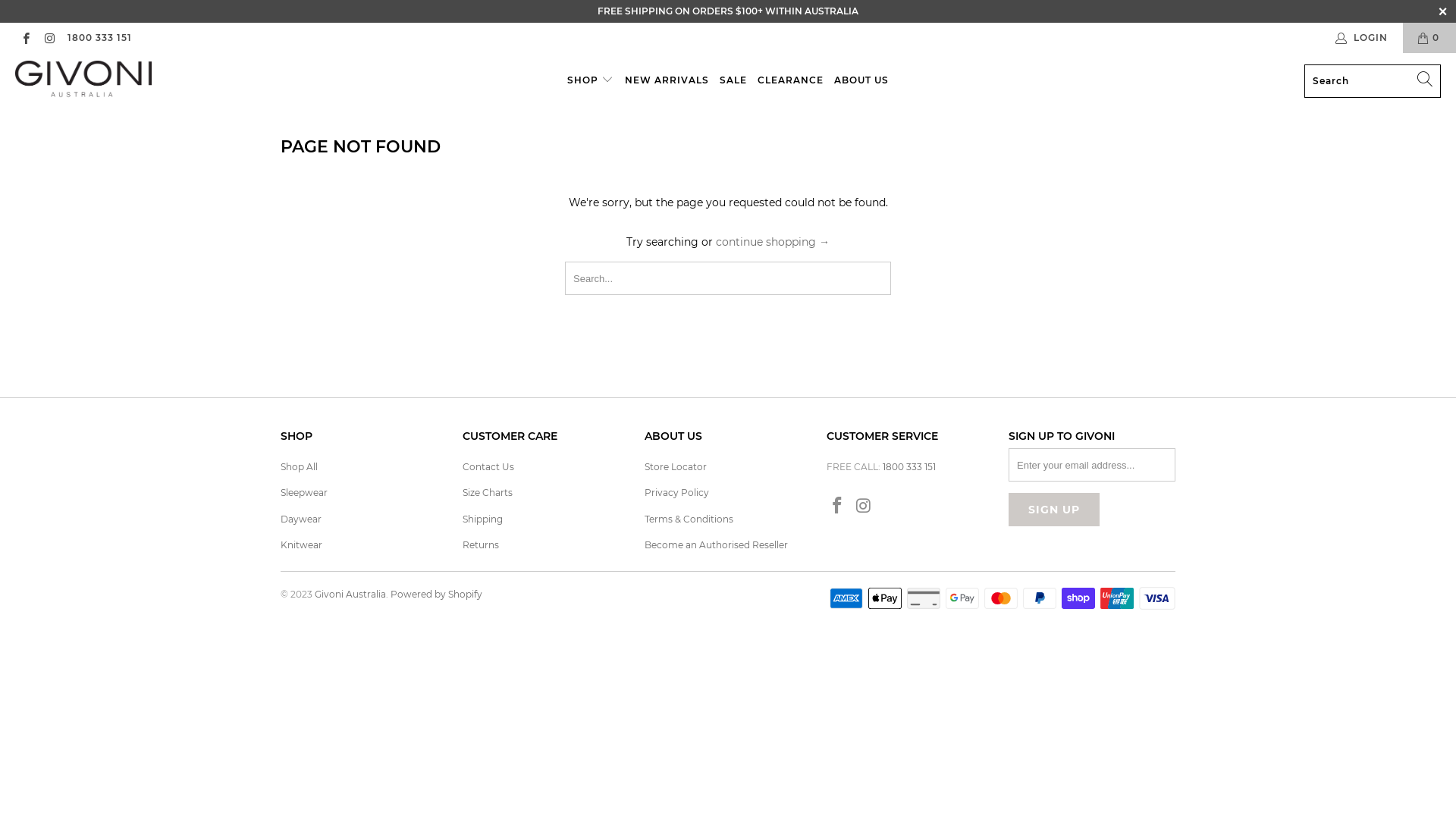  I want to click on 'SHOP', so click(566, 80).